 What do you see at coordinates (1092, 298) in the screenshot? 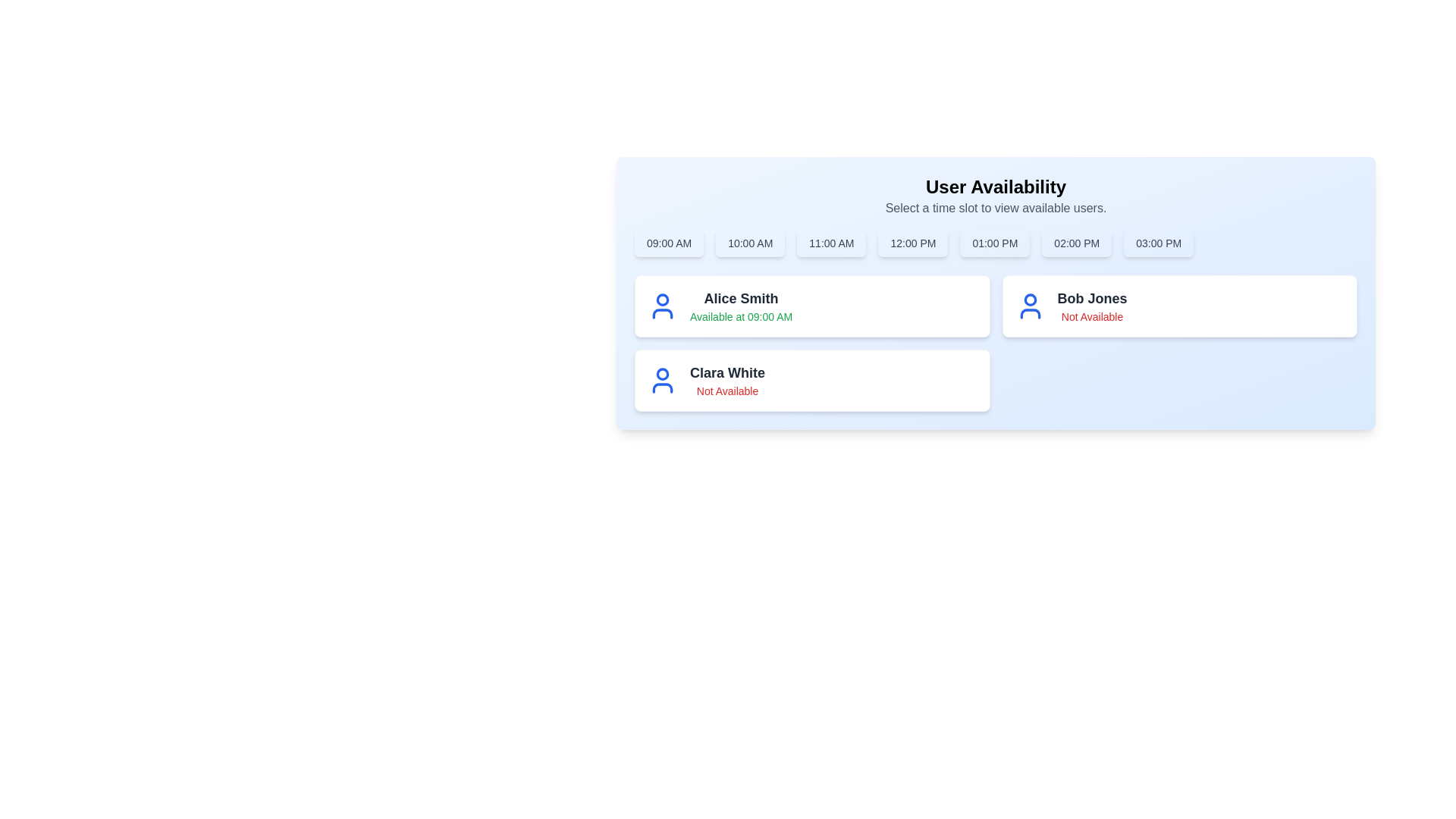
I see `the static text label displaying 'Bob Jones', which is styled in bold and dark gray, located near the top-right corner of the user list section` at bounding box center [1092, 298].